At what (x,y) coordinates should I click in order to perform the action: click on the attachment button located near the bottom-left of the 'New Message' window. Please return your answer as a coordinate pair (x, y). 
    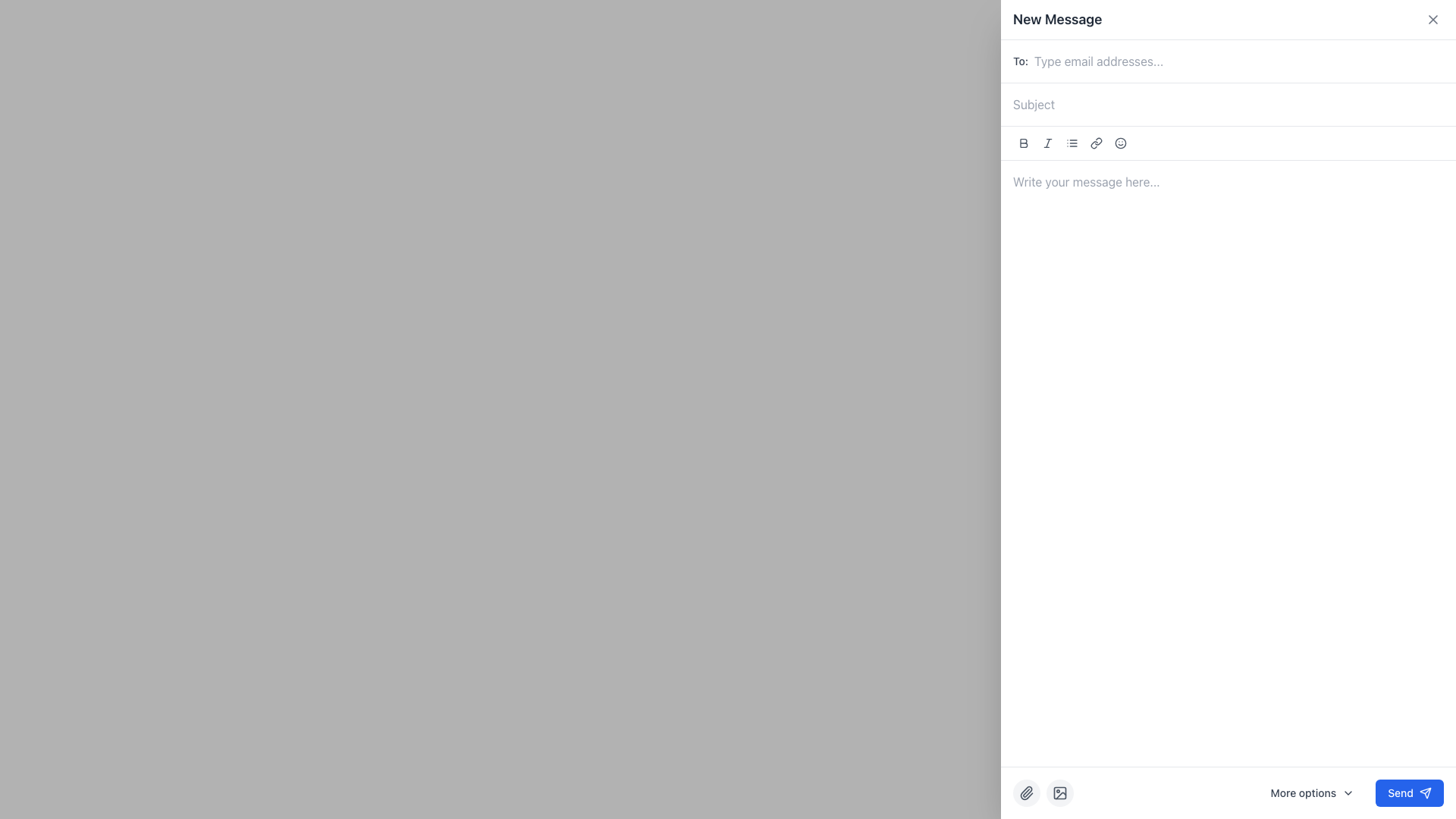
    Looking at the image, I should click on (1026, 792).